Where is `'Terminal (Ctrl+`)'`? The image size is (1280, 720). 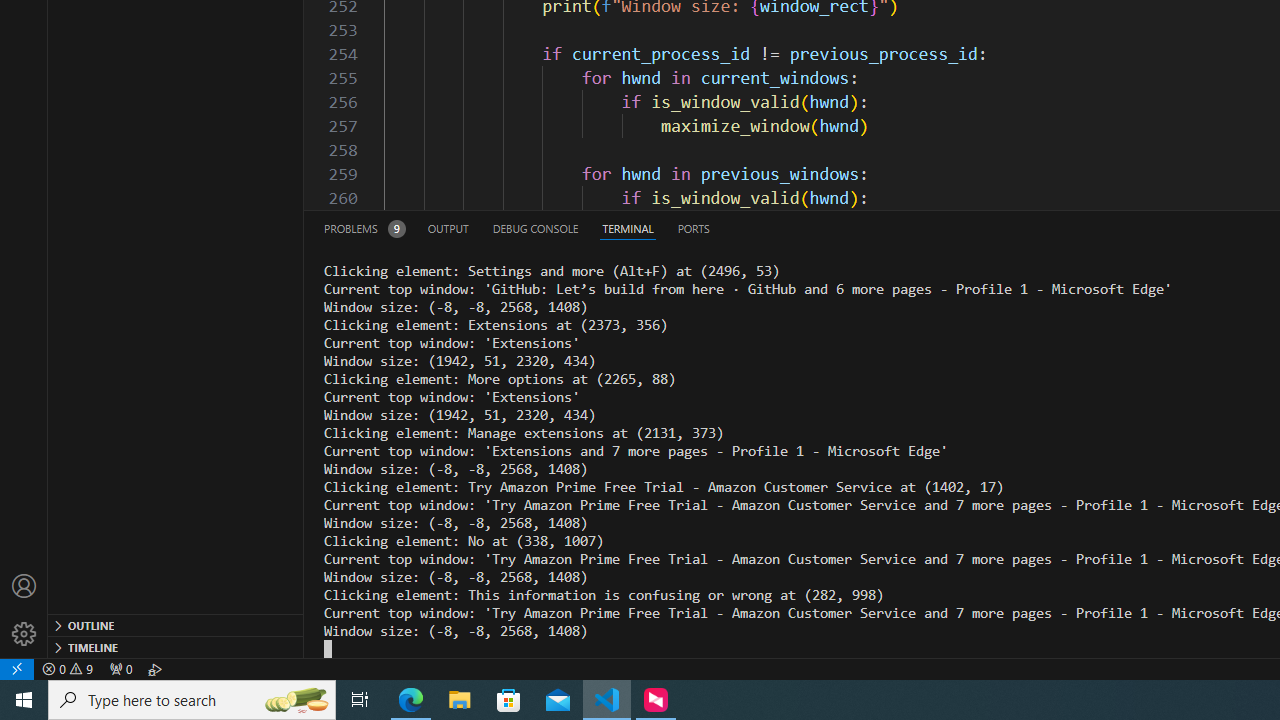 'Terminal (Ctrl+`)' is located at coordinates (626, 227).